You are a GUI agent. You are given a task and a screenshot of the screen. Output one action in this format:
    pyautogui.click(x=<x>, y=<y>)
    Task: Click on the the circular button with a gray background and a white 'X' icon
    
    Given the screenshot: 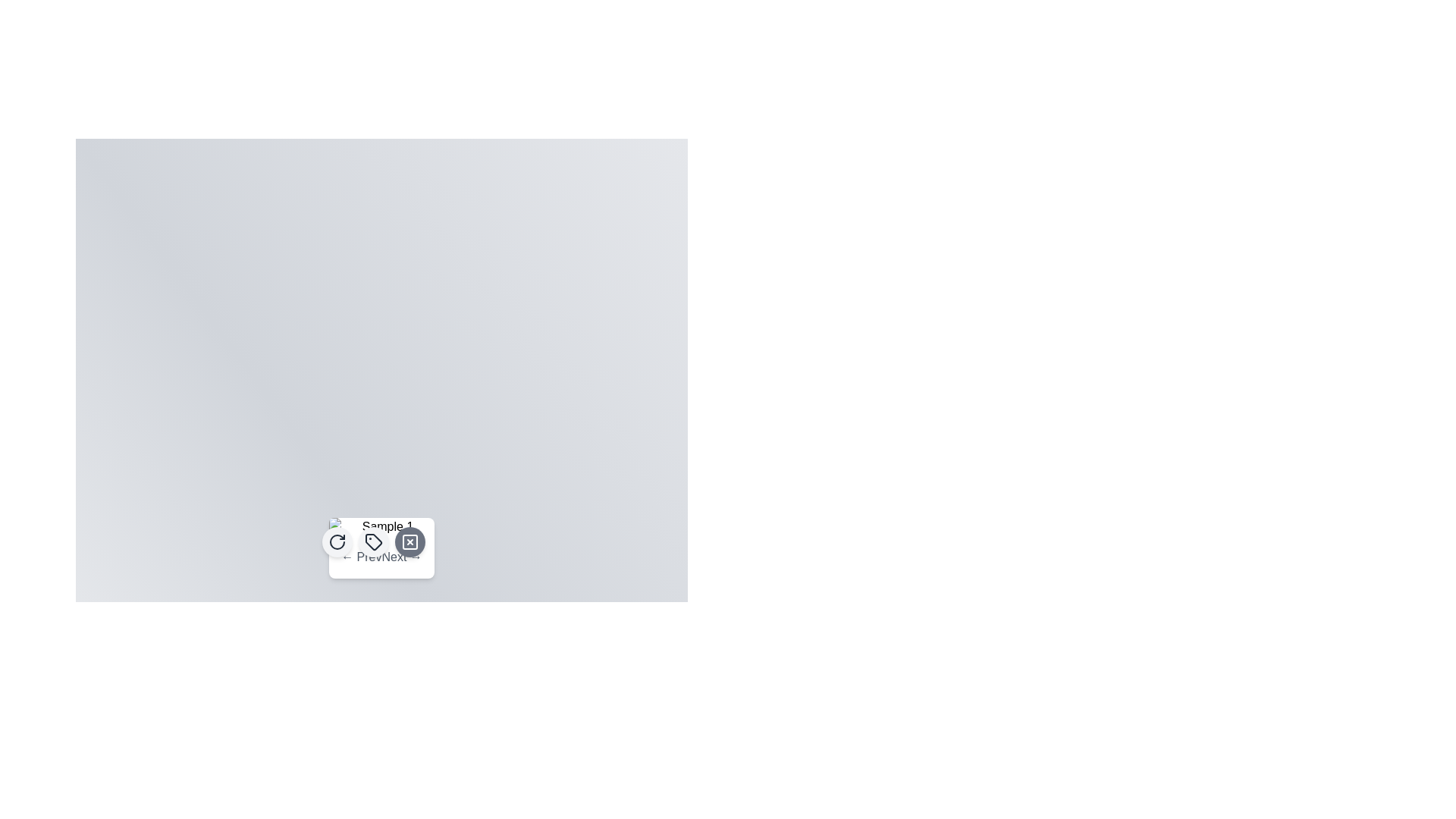 What is the action you would take?
    pyautogui.click(x=409, y=541)
    